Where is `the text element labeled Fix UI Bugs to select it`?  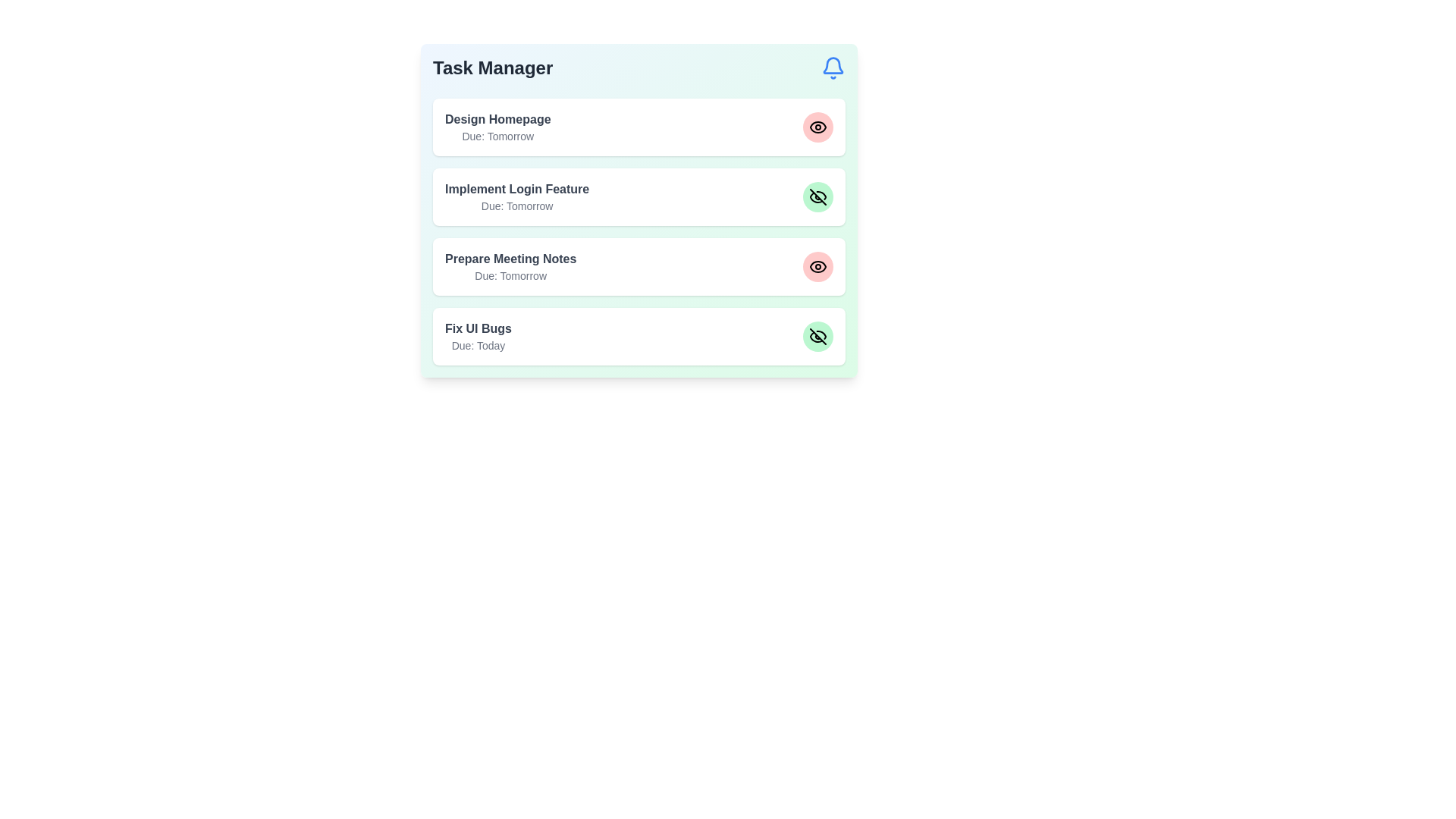
the text element labeled Fix UI Bugs to select it is located at coordinates (478, 328).